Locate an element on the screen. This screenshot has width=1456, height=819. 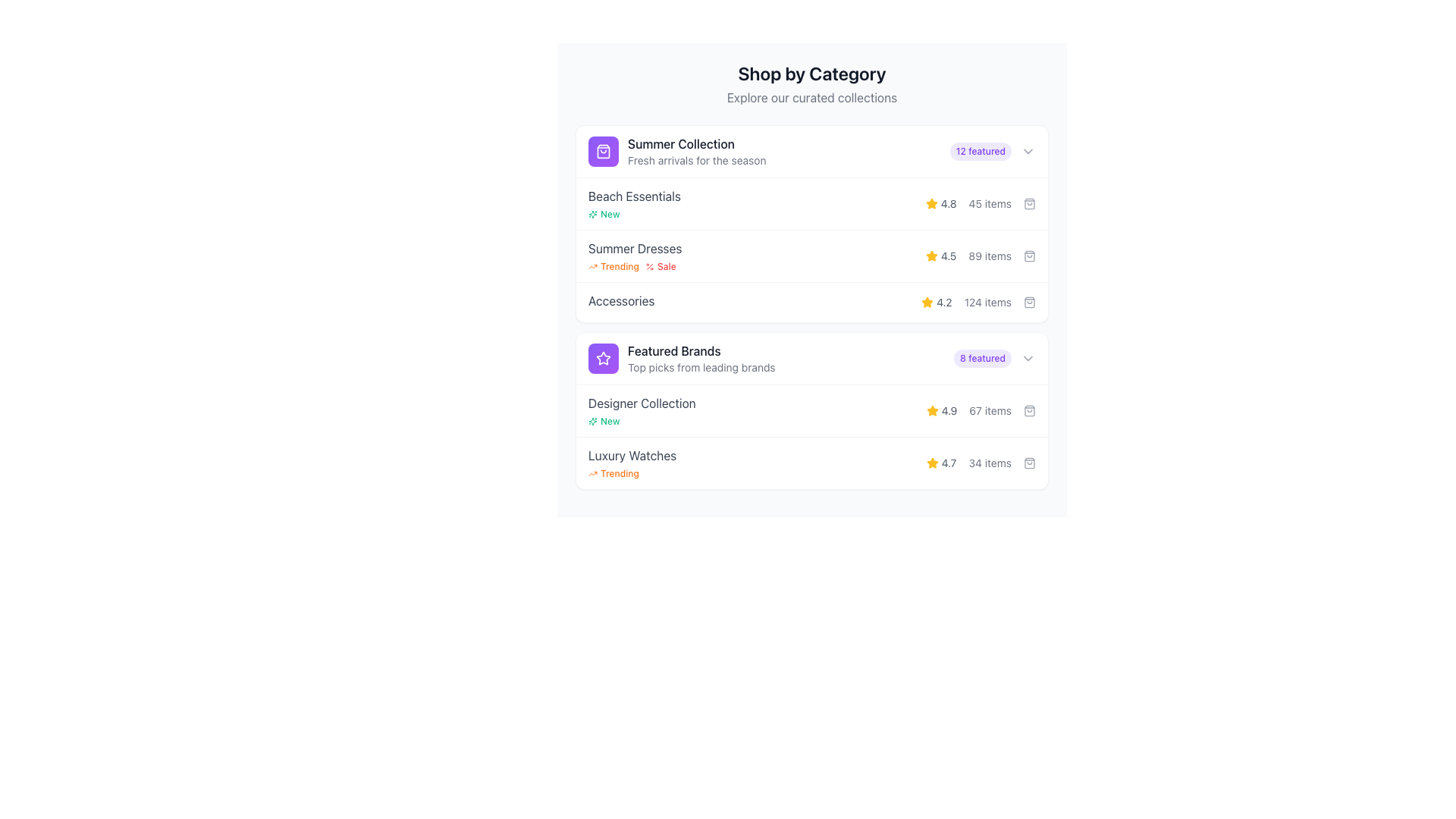
the shopping bag icon located at the far right of the 'Accessories' category row, which allows users is located at coordinates (1030, 302).